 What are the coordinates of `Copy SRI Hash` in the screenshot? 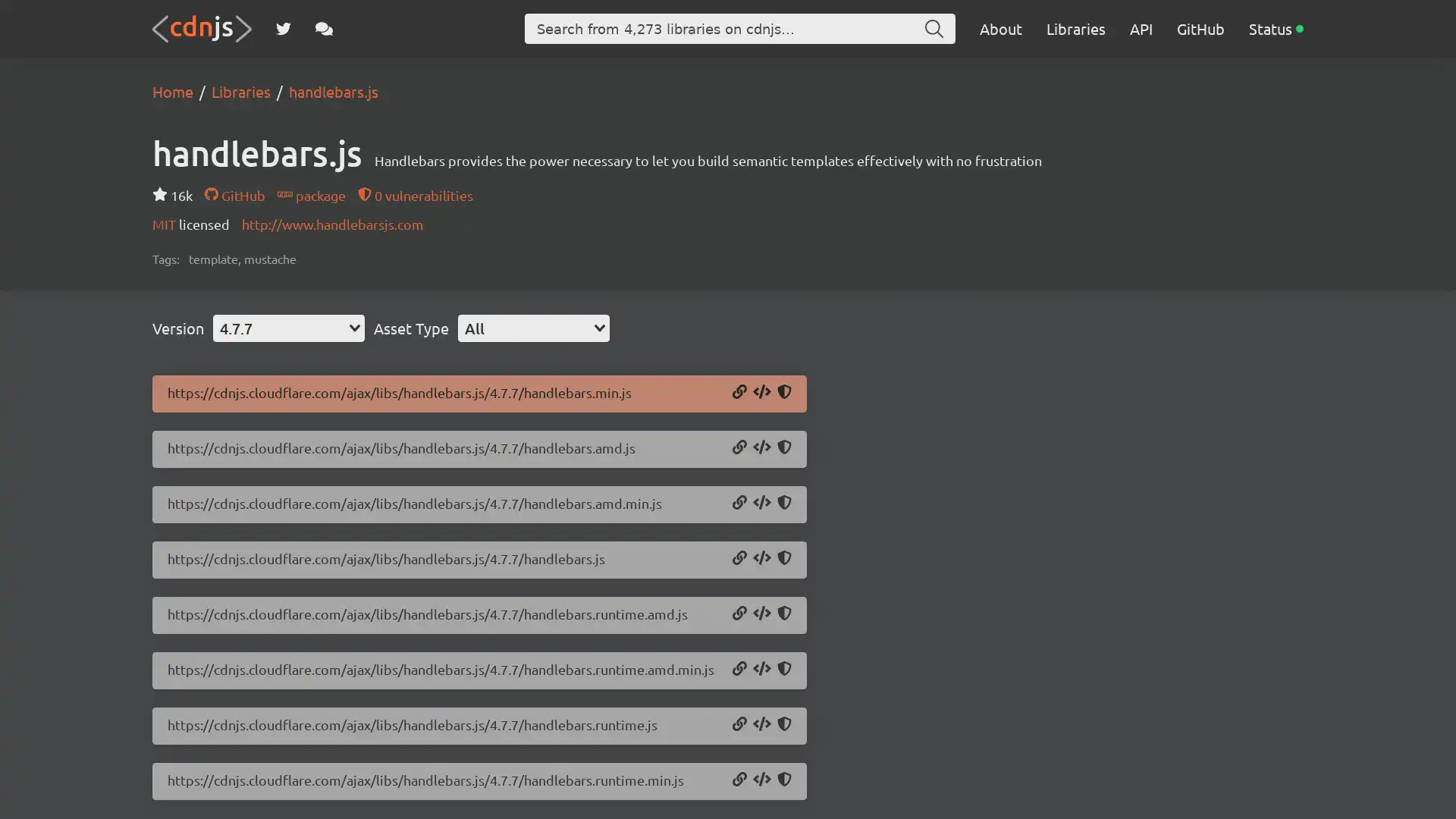 It's located at (784, 780).